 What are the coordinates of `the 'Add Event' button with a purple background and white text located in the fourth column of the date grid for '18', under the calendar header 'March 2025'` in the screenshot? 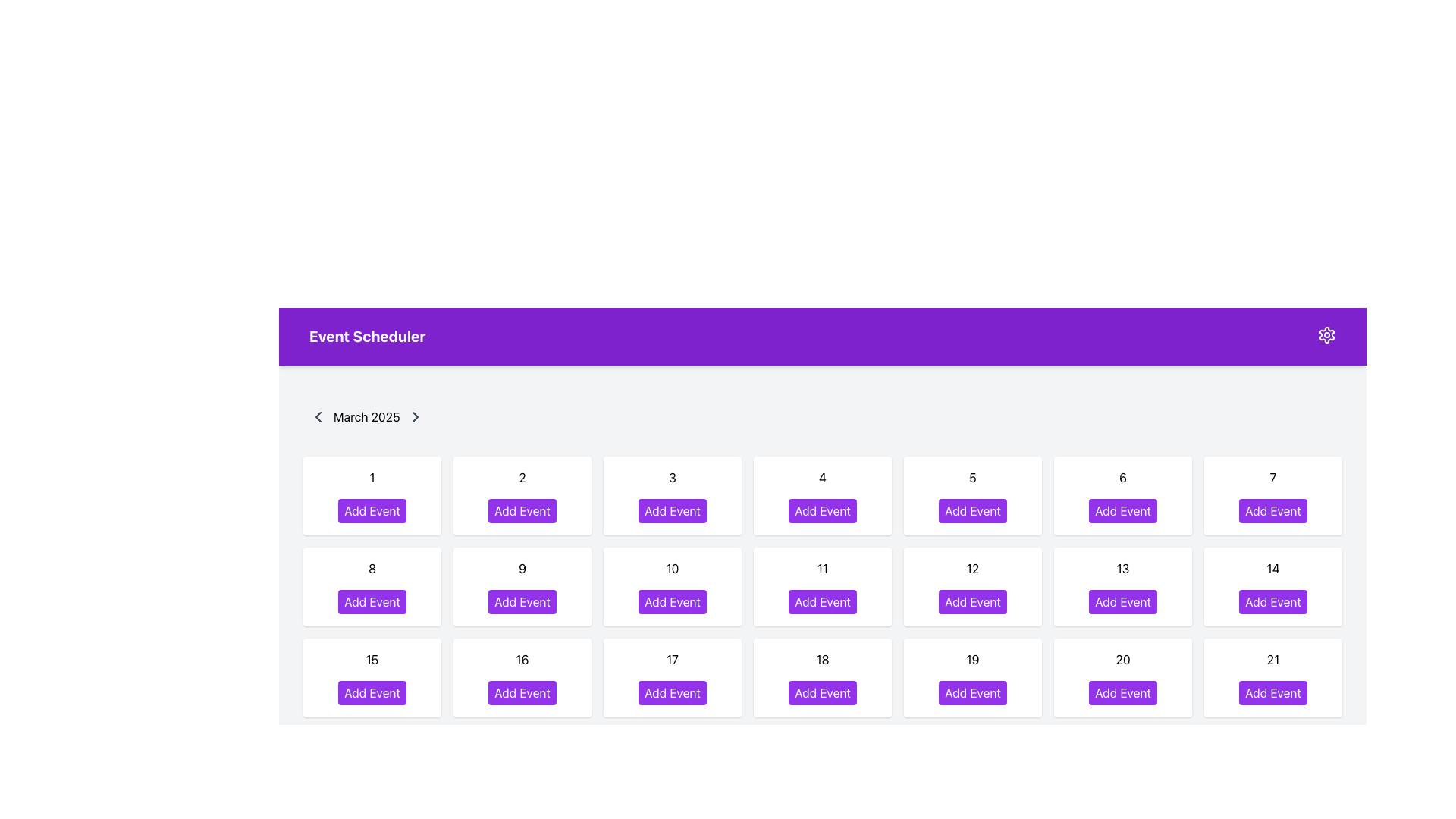 It's located at (821, 693).